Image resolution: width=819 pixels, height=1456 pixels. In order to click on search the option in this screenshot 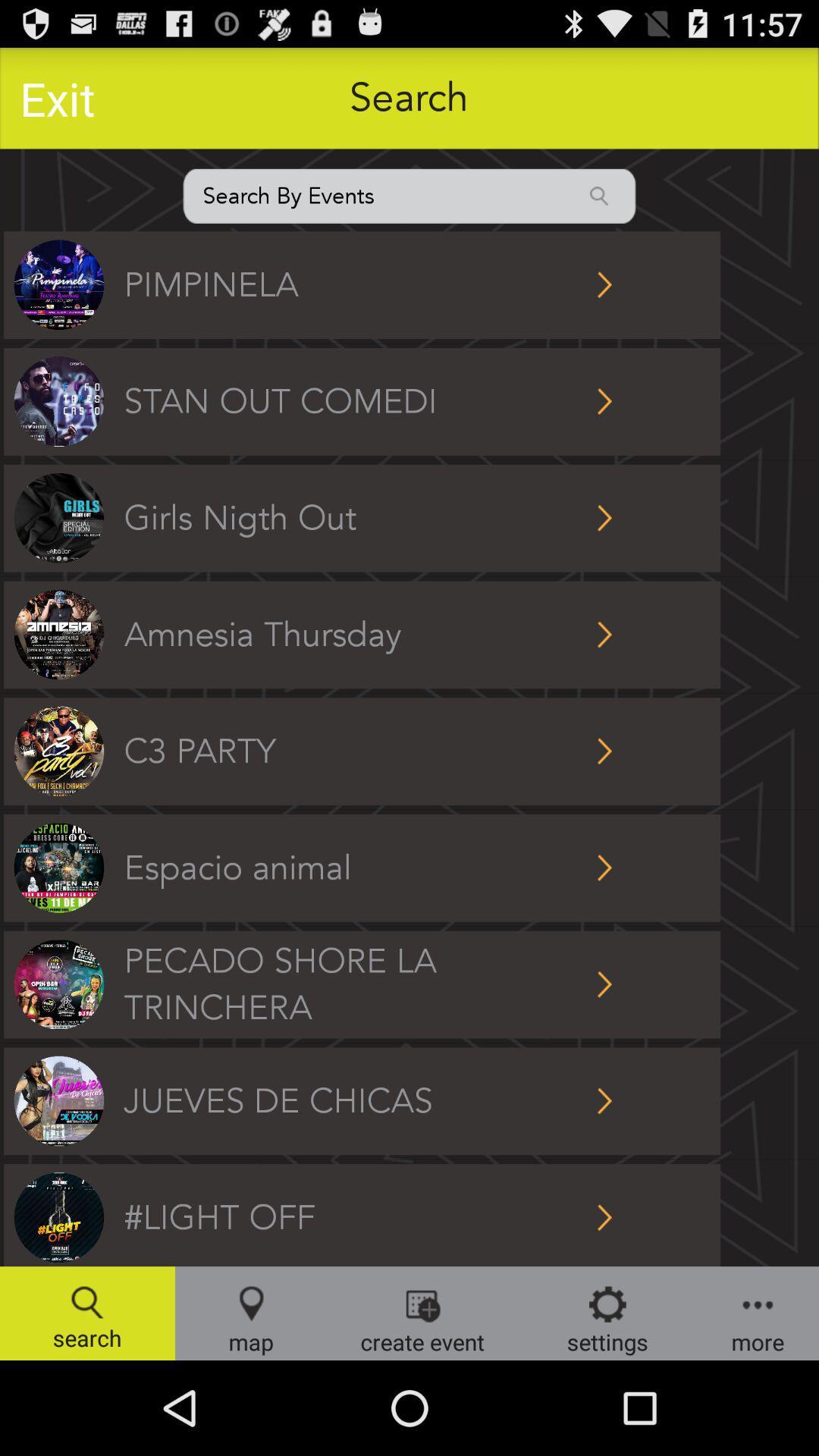, I will do `click(409, 195)`.